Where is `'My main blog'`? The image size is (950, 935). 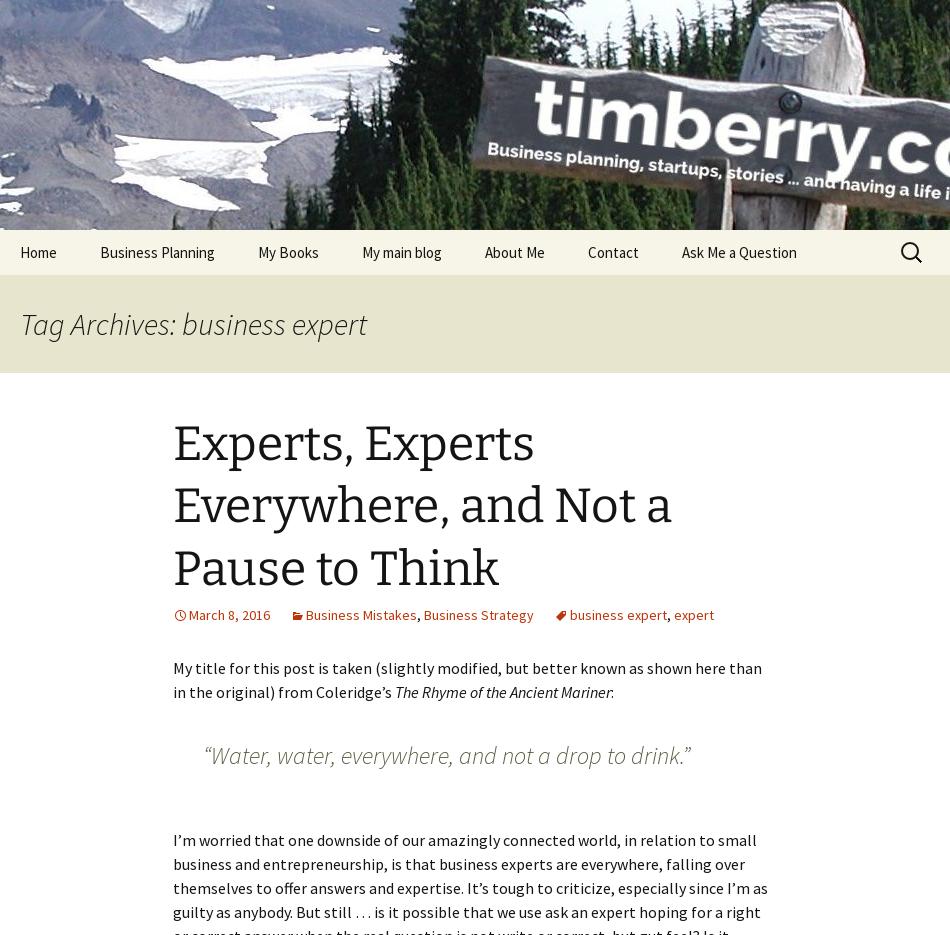 'My main blog' is located at coordinates (401, 252).